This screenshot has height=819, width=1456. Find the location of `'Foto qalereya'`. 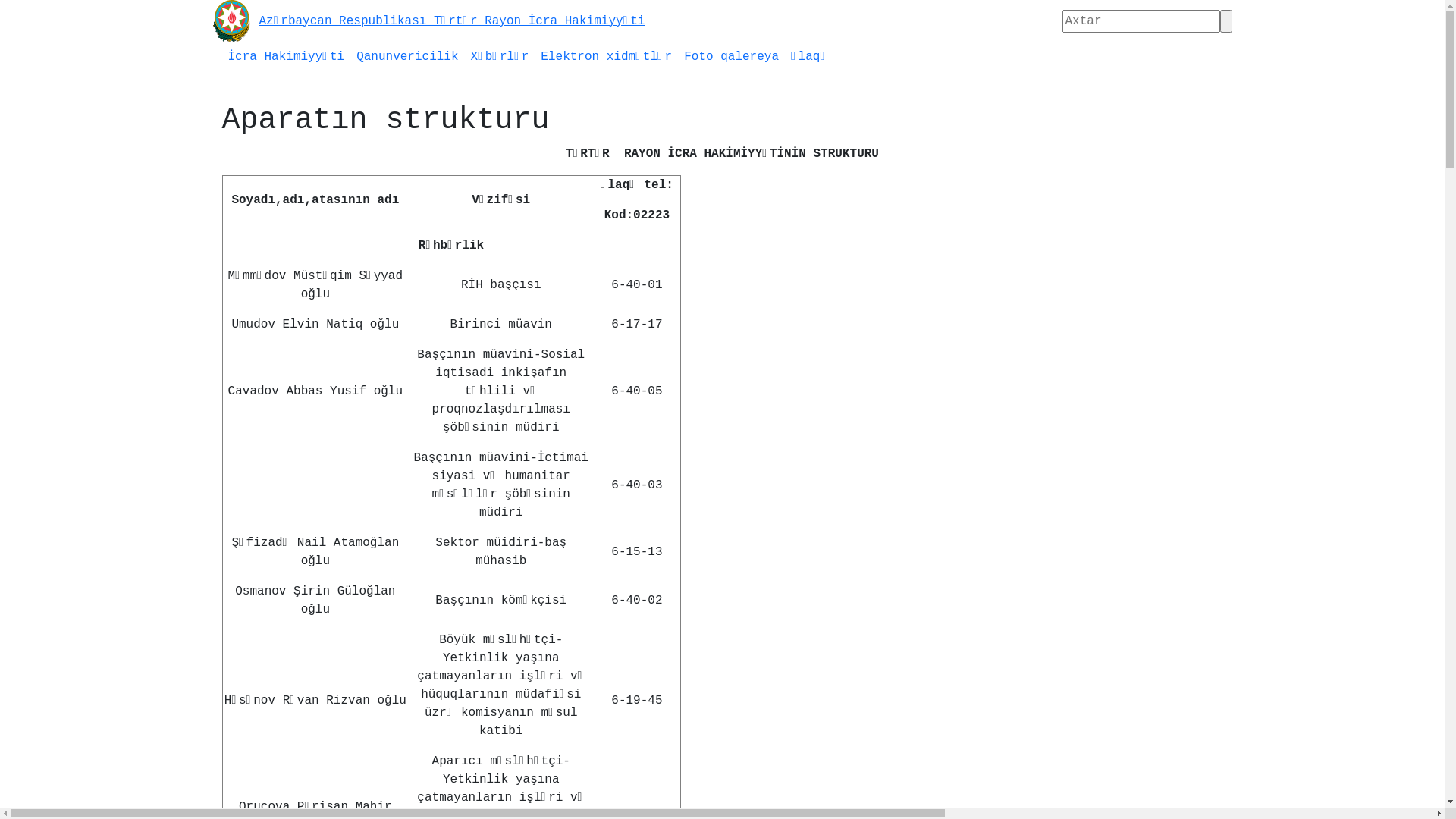

'Foto qalereya' is located at coordinates (731, 55).